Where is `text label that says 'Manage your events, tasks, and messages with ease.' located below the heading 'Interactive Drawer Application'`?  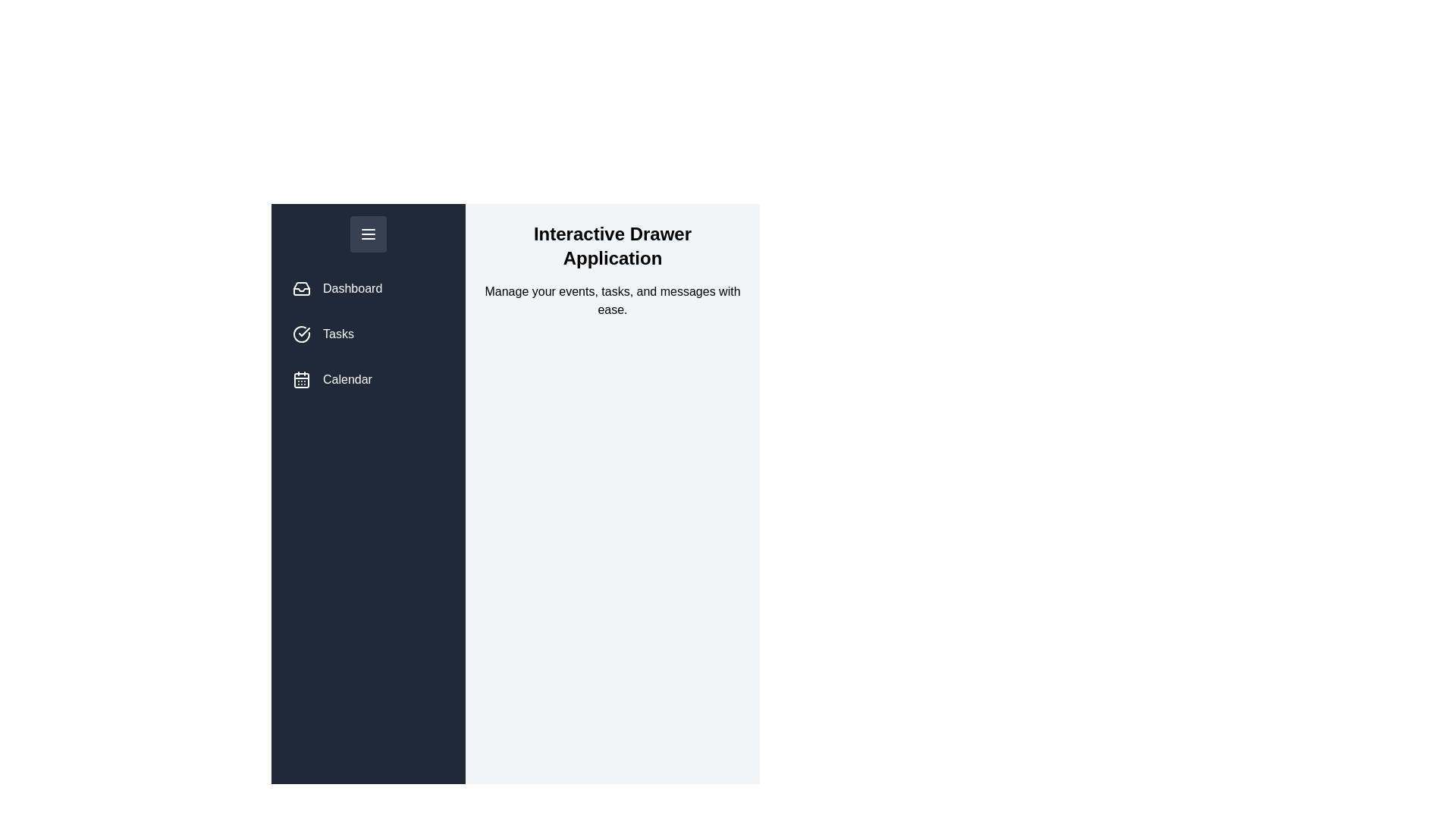
text label that says 'Manage your events, tasks, and messages with ease.' located below the heading 'Interactive Drawer Application' is located at coordinates (612, 301).